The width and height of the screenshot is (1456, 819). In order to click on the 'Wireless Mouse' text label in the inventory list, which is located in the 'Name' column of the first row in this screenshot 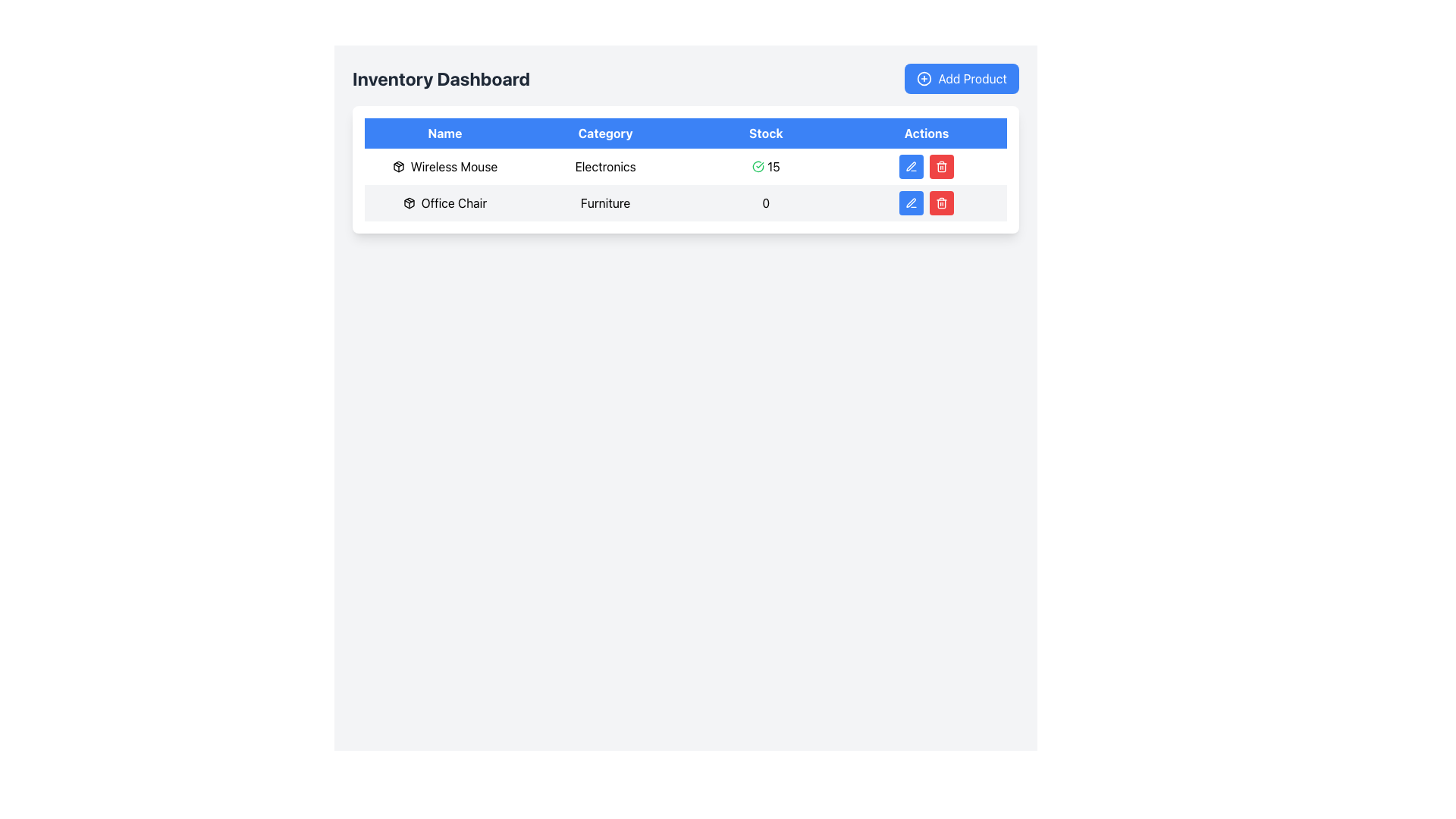, I will do `click(453, 166)`.